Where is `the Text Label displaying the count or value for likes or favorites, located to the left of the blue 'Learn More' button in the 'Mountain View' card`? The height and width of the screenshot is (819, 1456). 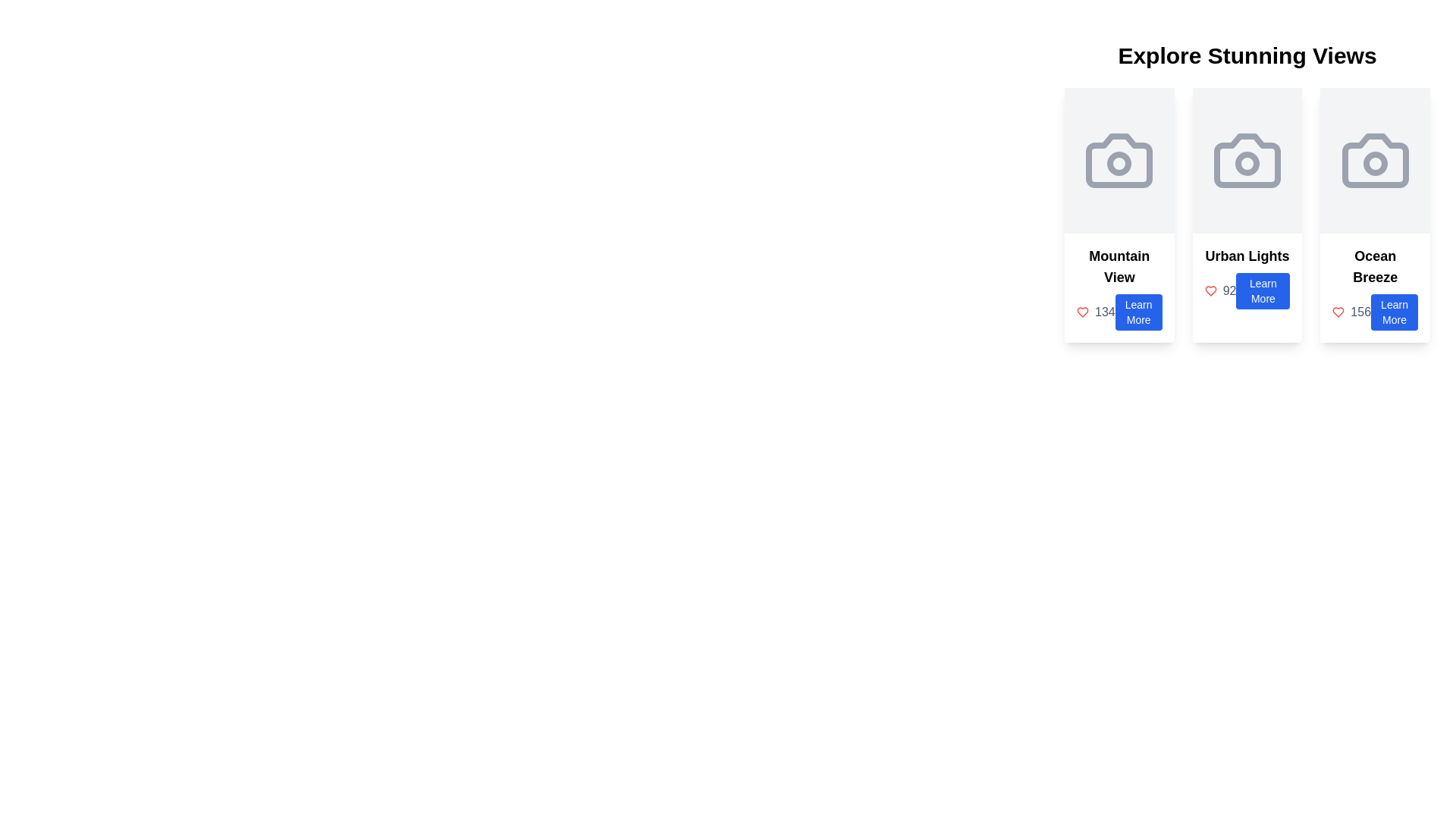
the Text Label displaying the count or value for likes or favorites, located to the left of the blue 'Learn More' button in the 'Mountain View' card is located at coordinates (1096, 312).